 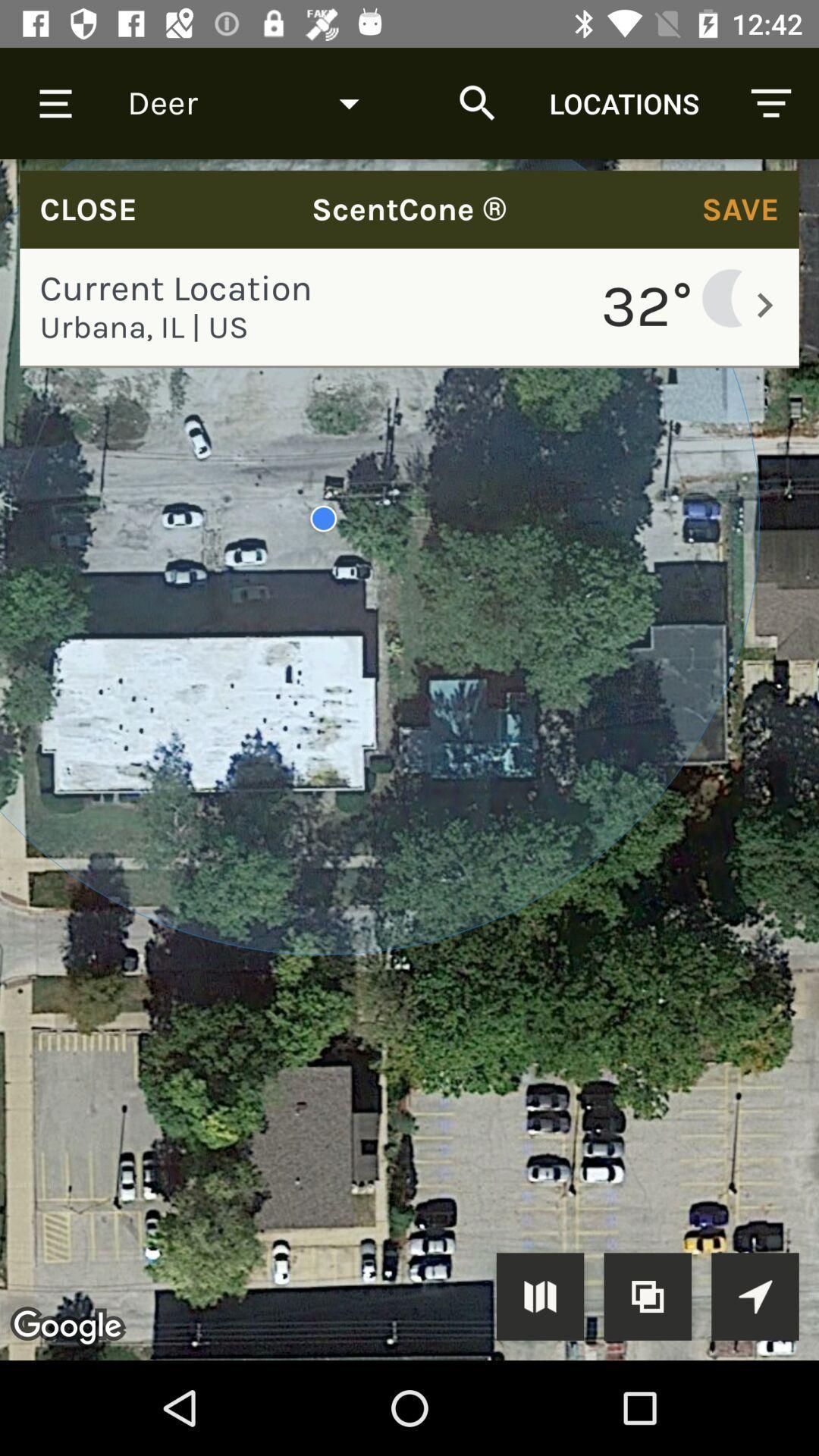 I want to click on to change direction, so click(x=755, y=1295).